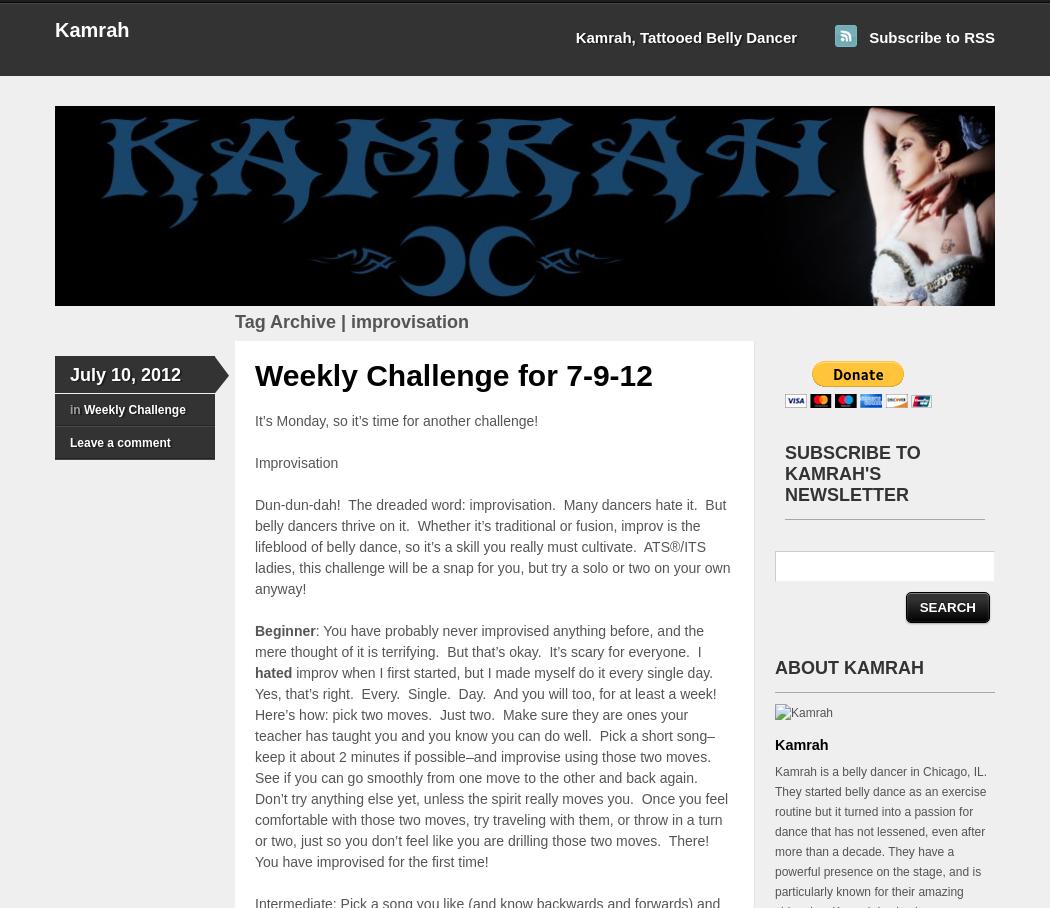 Image resolution: width=1050 pixels, height=908 pixels. I want to click on 'Weekly Challenge for 7-9-12', so click(453, 375).